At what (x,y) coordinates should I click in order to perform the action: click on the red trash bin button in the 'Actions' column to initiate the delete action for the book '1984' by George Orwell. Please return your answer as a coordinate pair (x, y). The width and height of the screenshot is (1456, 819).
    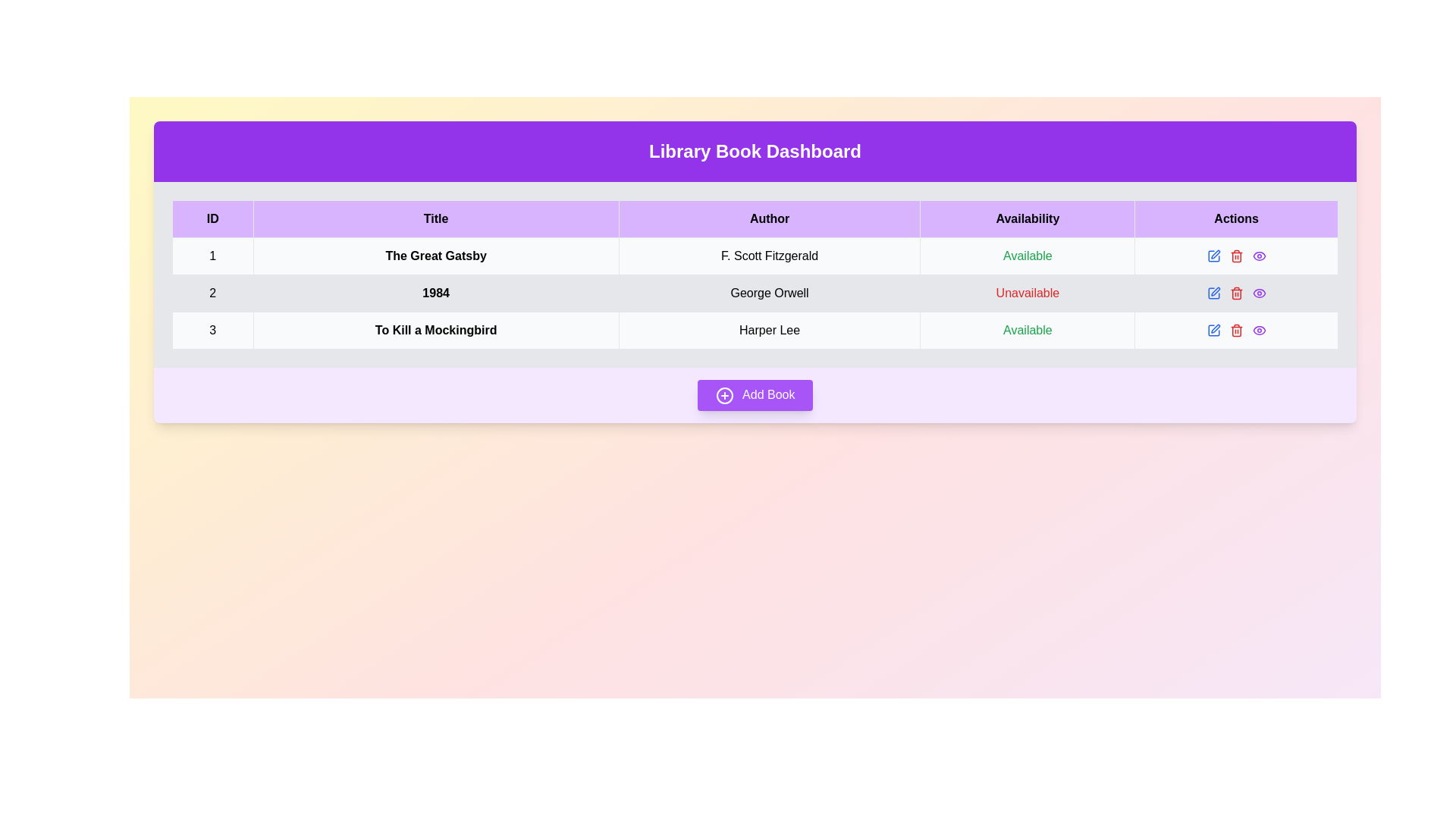
    Looking at the image, I should click on (1236, 256).